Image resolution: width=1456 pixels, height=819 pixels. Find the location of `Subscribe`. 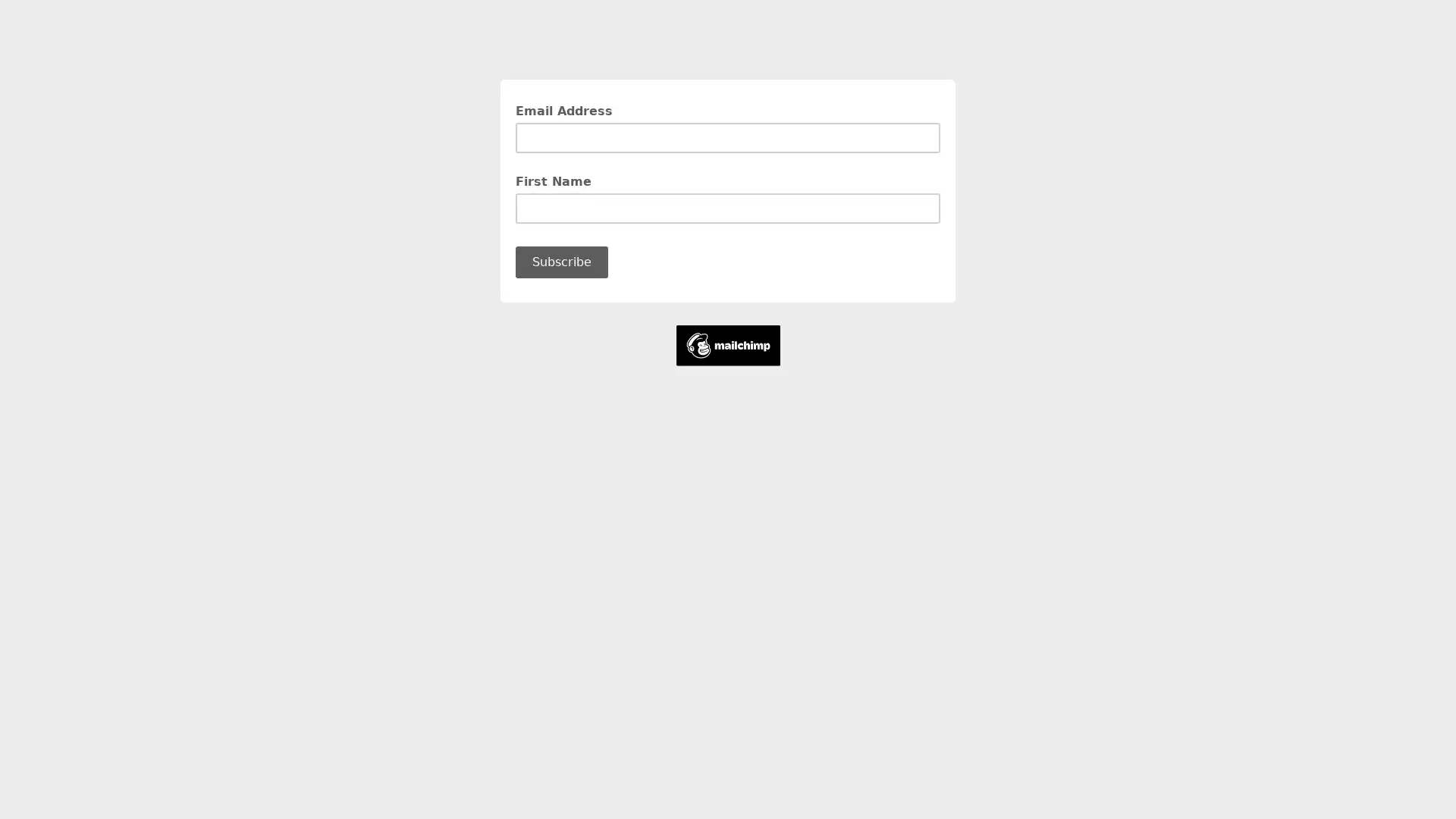

Subscribe is located at coordinates (560, 262).